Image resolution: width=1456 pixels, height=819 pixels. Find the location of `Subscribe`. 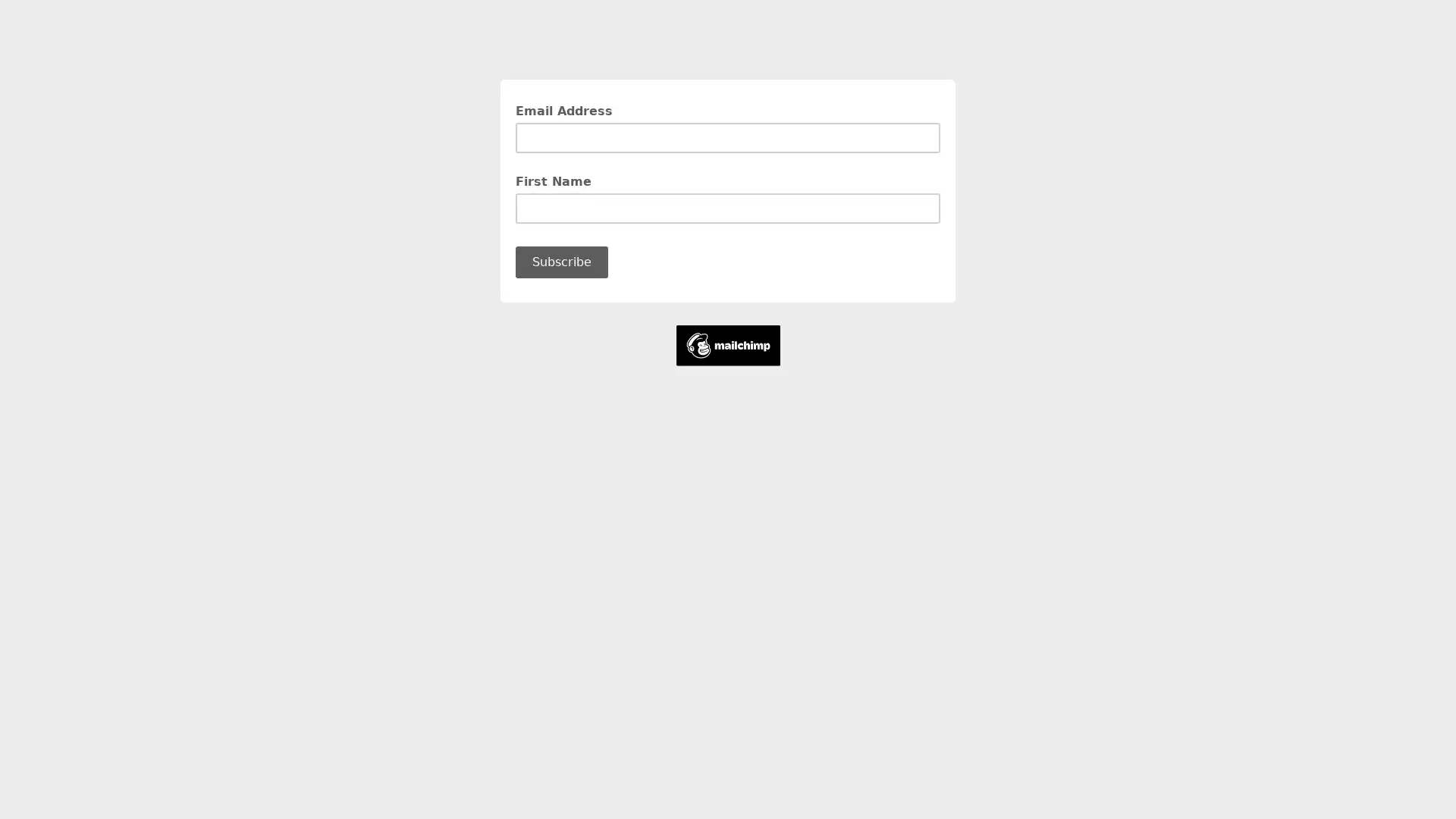

Subscribe is located at coordinates (560, 262).